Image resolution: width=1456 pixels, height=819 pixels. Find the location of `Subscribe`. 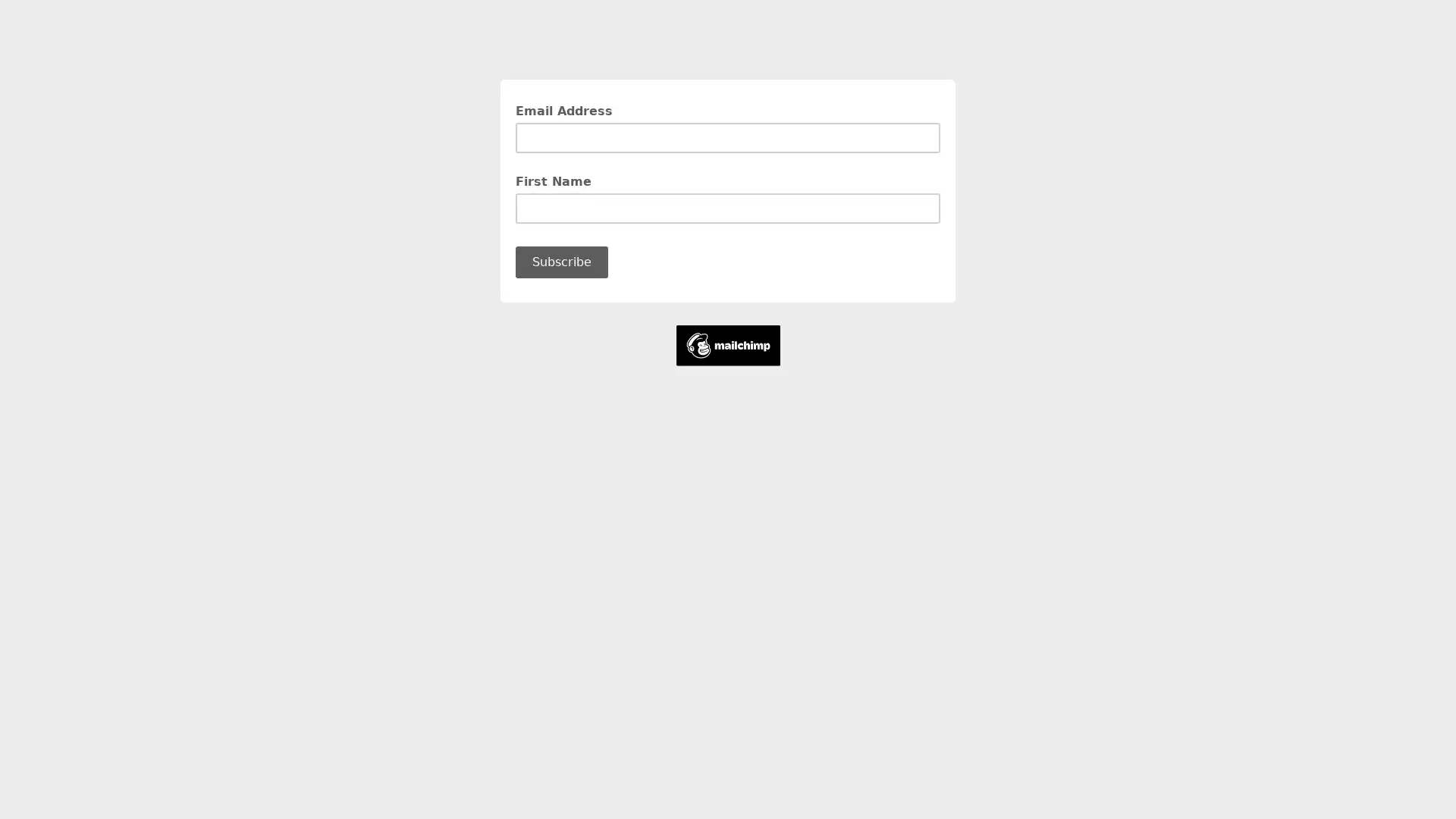

Subscribe is located at coordinates (560, 262).